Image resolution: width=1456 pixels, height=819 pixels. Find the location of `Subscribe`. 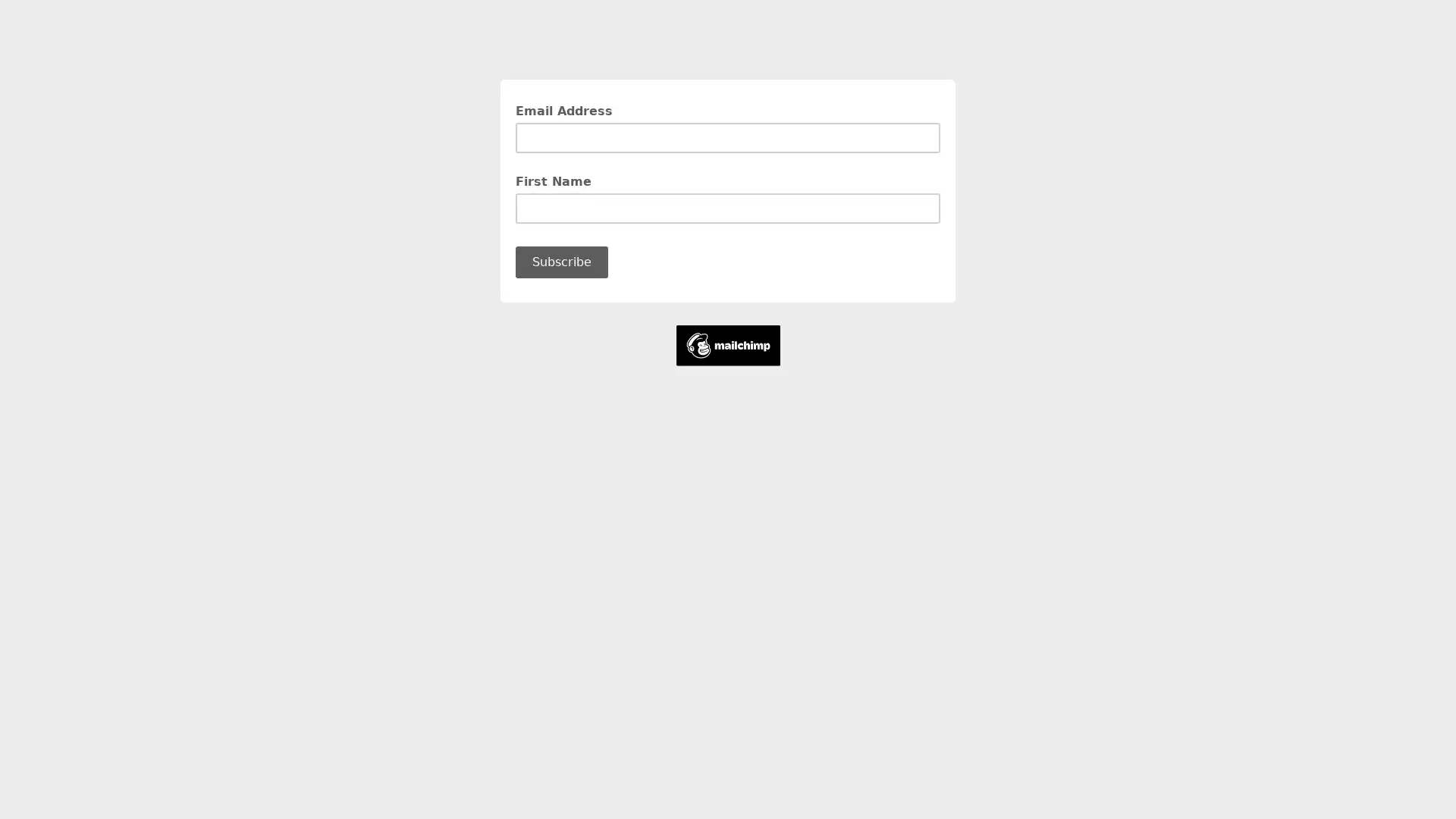

Subscribe is located at coordinates (560, 262).